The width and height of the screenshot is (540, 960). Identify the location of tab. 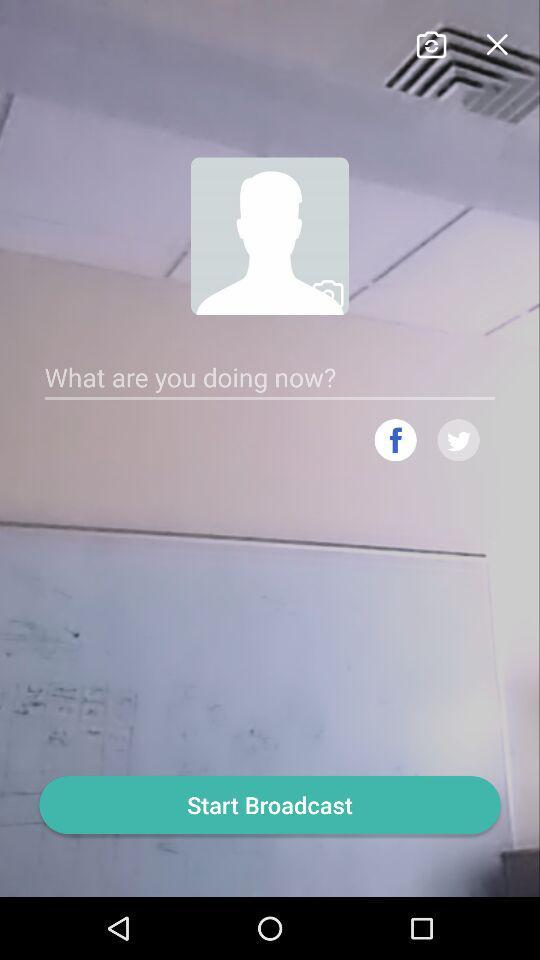
(495, 41).